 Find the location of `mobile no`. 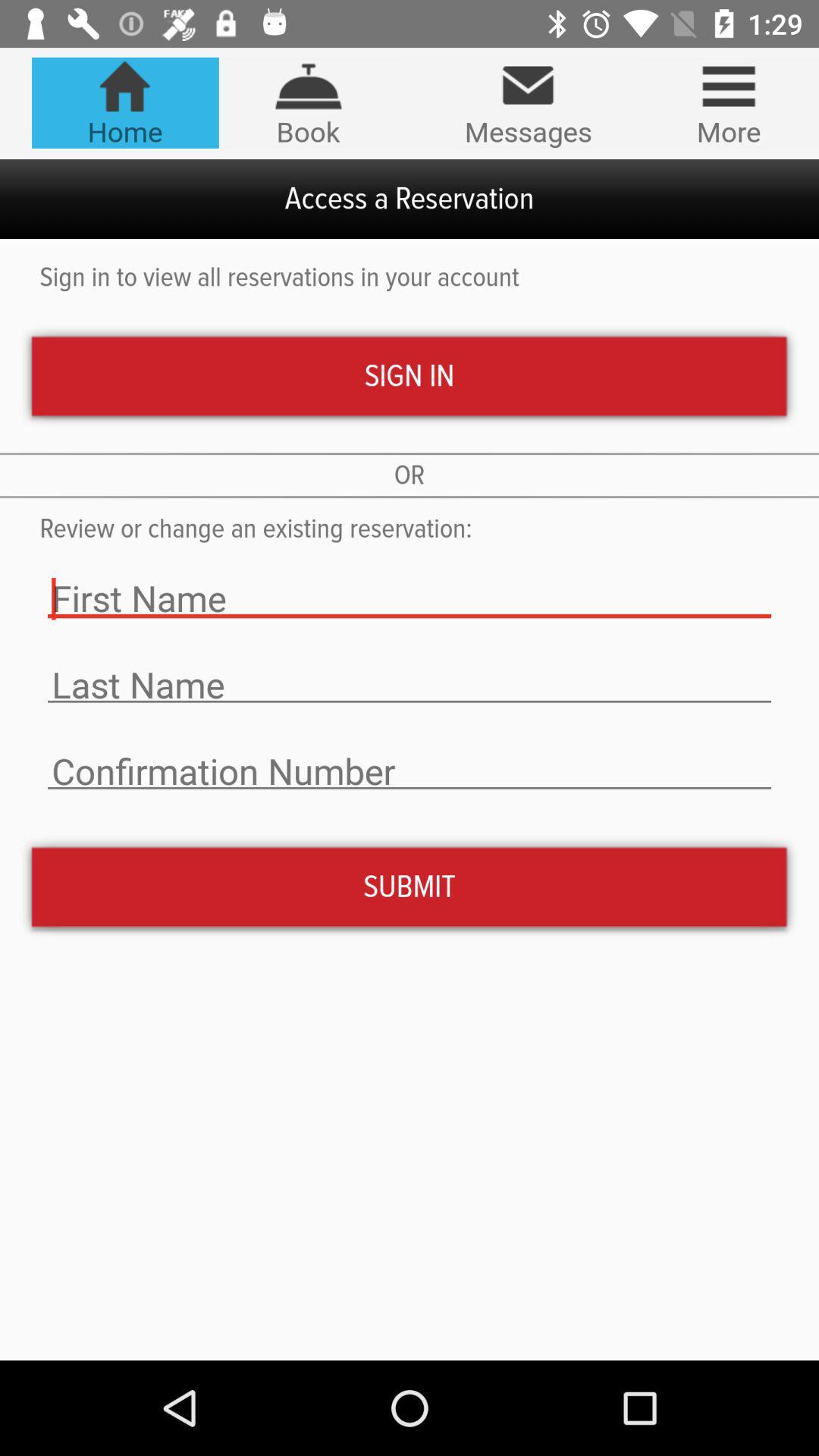

mobile no is located at coordinates (409, 771).